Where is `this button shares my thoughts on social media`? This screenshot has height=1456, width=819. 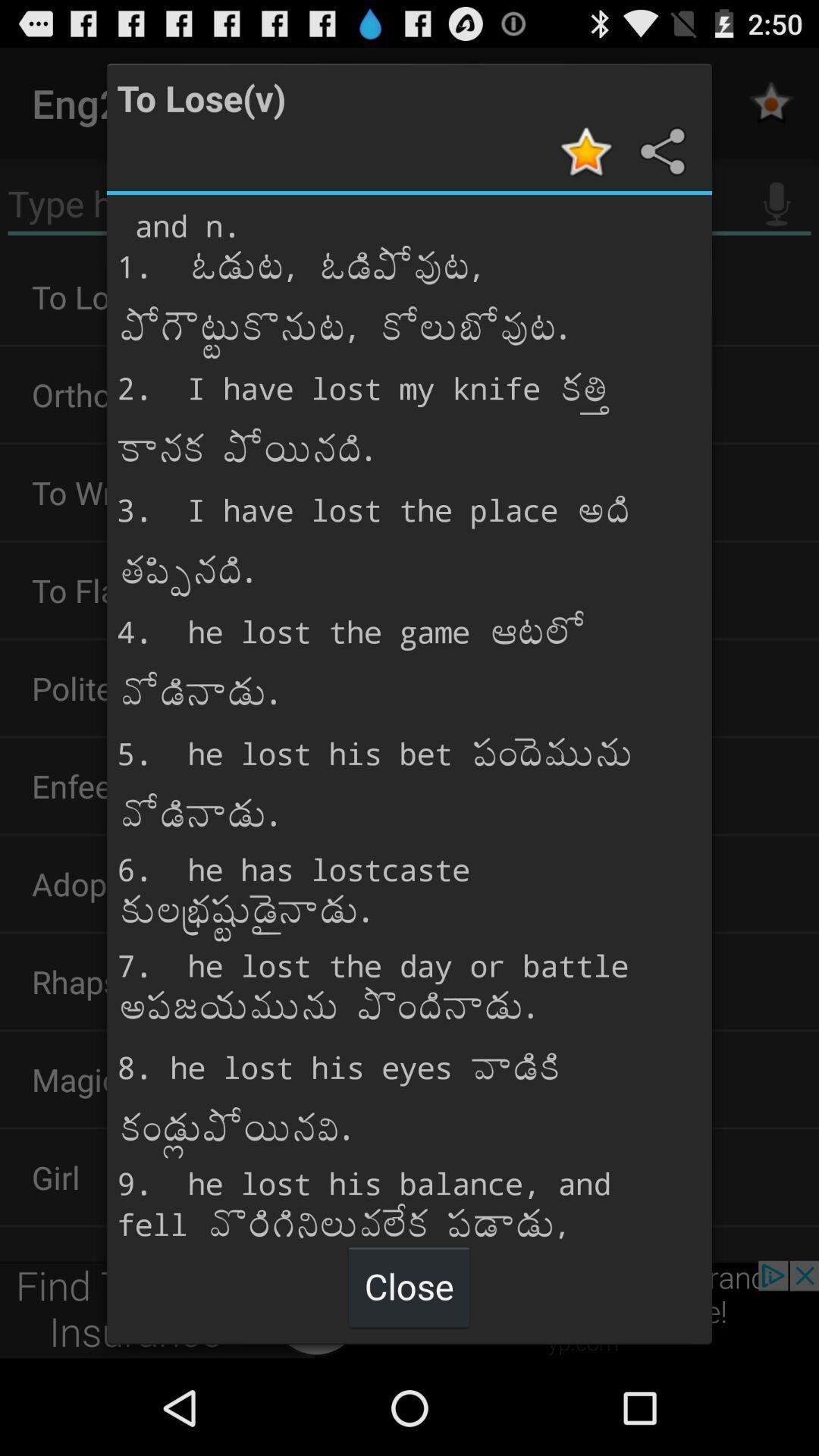 this button shares my thoughts on social media is located at coordinates (660, 151).